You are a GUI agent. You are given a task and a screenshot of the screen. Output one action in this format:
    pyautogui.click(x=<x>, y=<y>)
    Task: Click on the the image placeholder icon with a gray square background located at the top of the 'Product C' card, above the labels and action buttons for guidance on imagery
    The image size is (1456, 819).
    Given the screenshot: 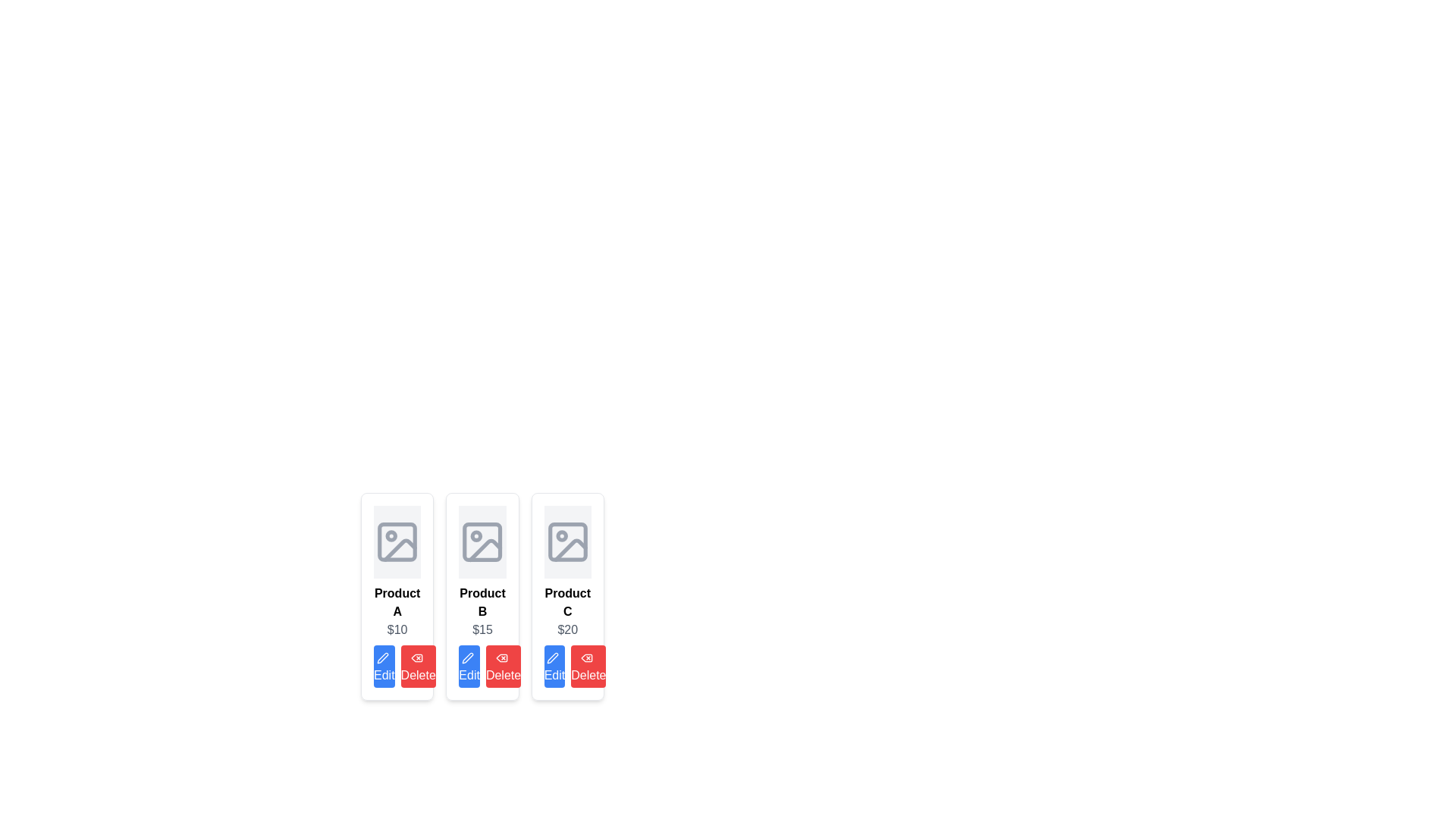 What is the action you would take?
    pyautogui.click(x=566, y=541)
    